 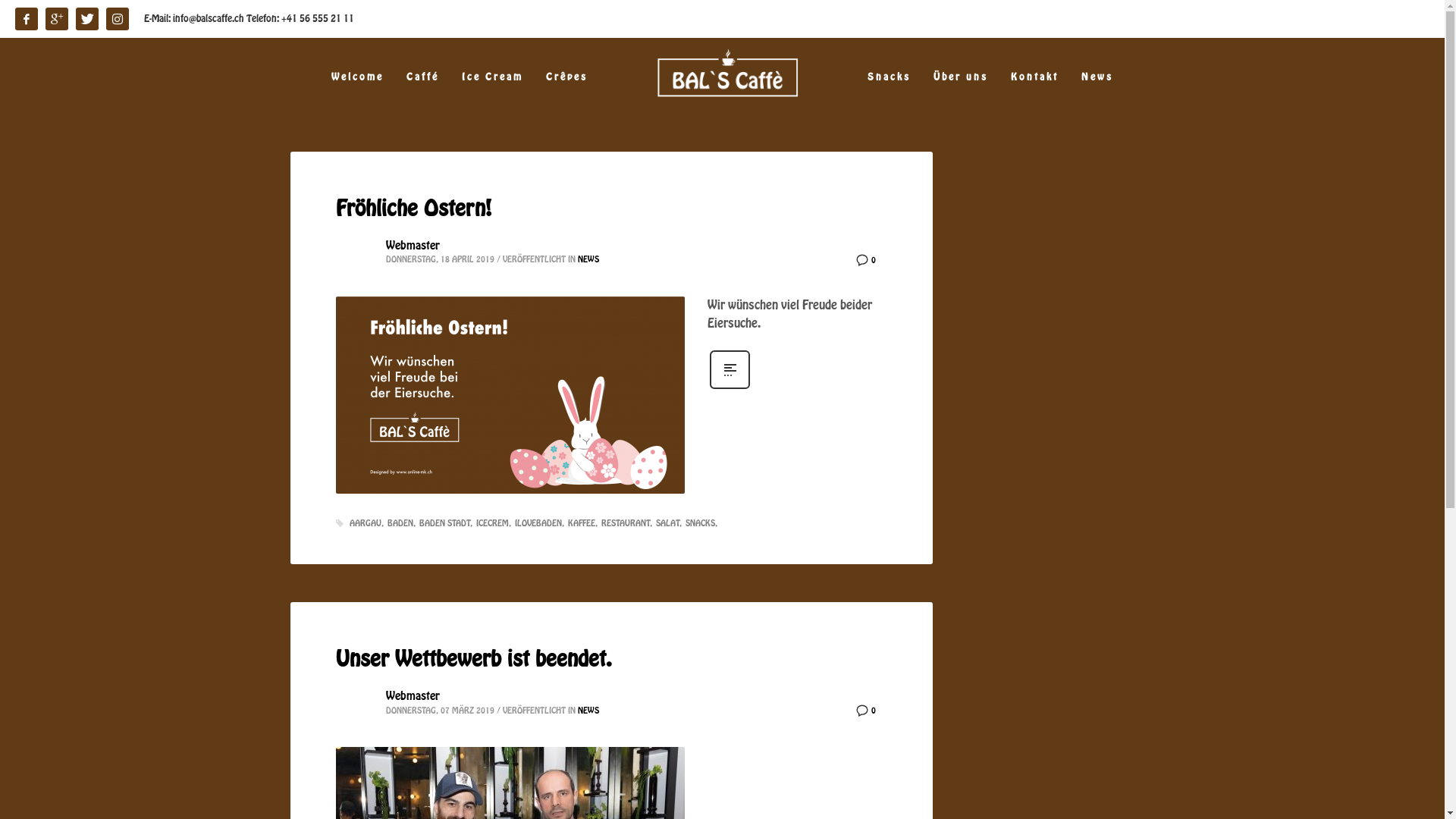 What do you see at coordinates (494, 522) in the screenshot?
I see `'ICECREM'` at bounding box center [494, 522].